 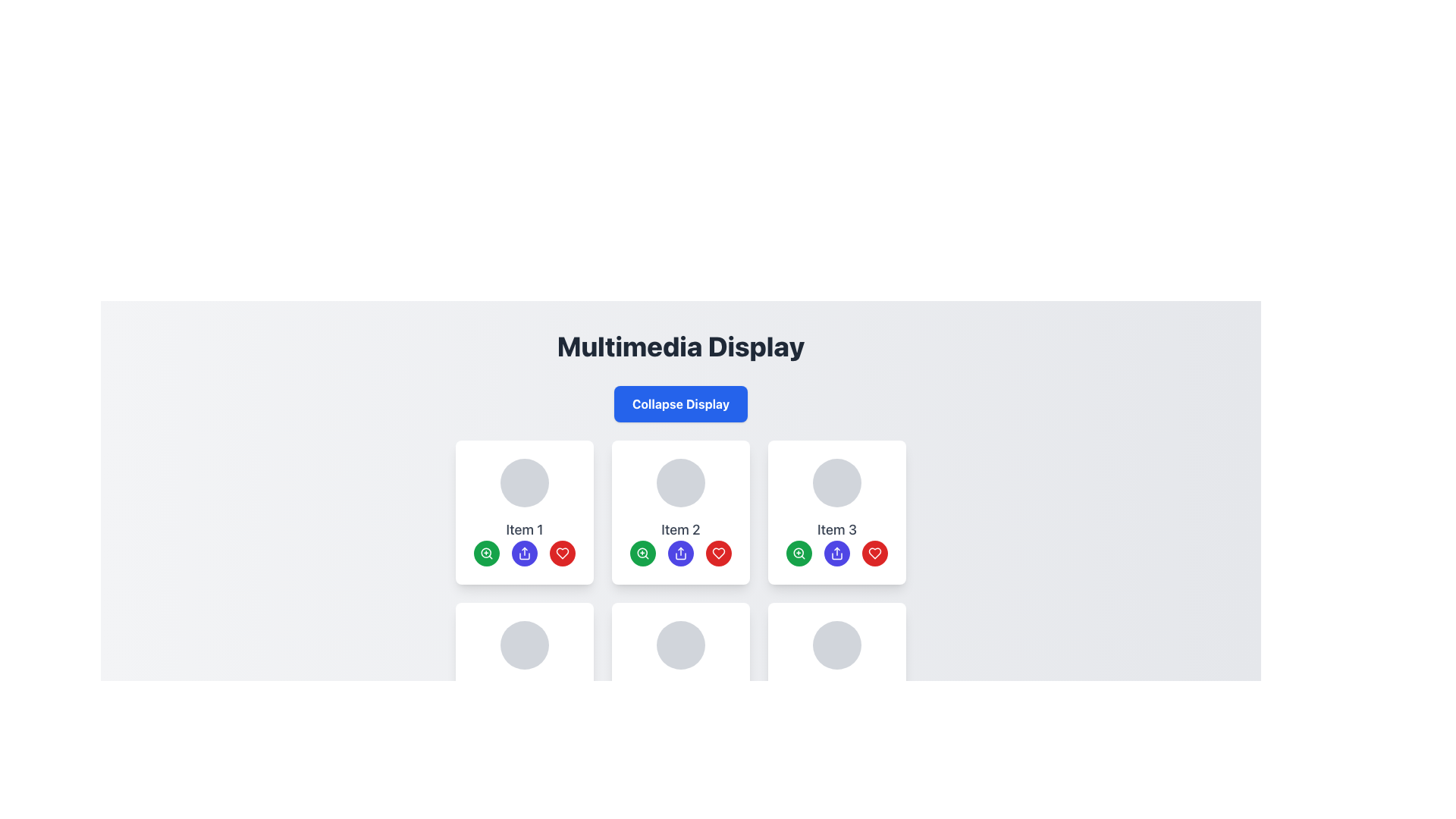 What do you see at coordinates (562, 553) in the screenshot?
I see `the red heart icon located below 'Item 3' in the set of three circular icons` at bounding box center [562, 553].